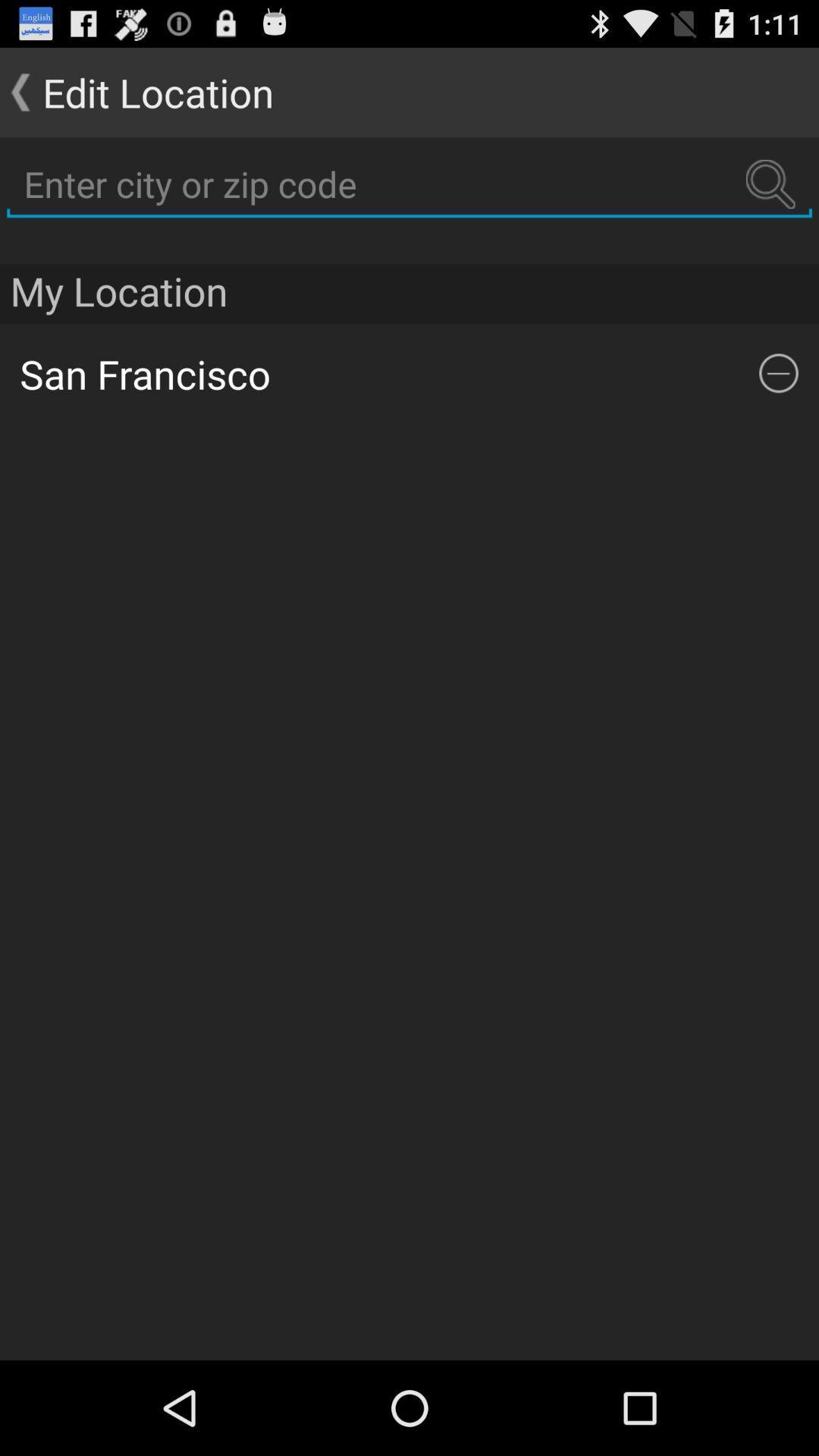 Image resolution: width=819 pixels, height=1456 pixels. I want to click on the edit location button, so click(136, 91).